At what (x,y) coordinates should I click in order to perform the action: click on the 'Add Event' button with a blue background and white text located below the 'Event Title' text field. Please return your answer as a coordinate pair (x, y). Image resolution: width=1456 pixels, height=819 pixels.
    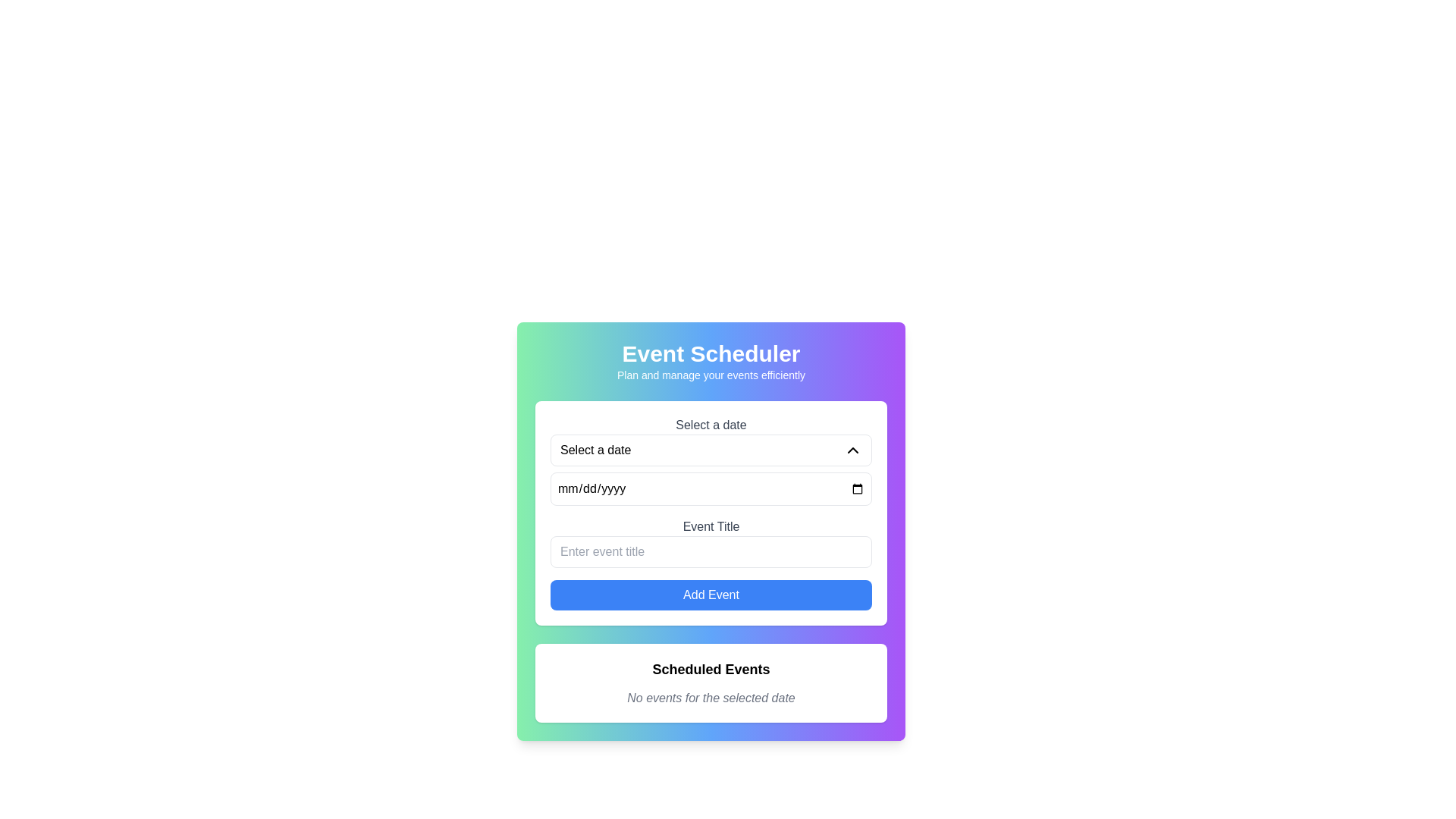
    Looking at the image, I should click on (710, 595).